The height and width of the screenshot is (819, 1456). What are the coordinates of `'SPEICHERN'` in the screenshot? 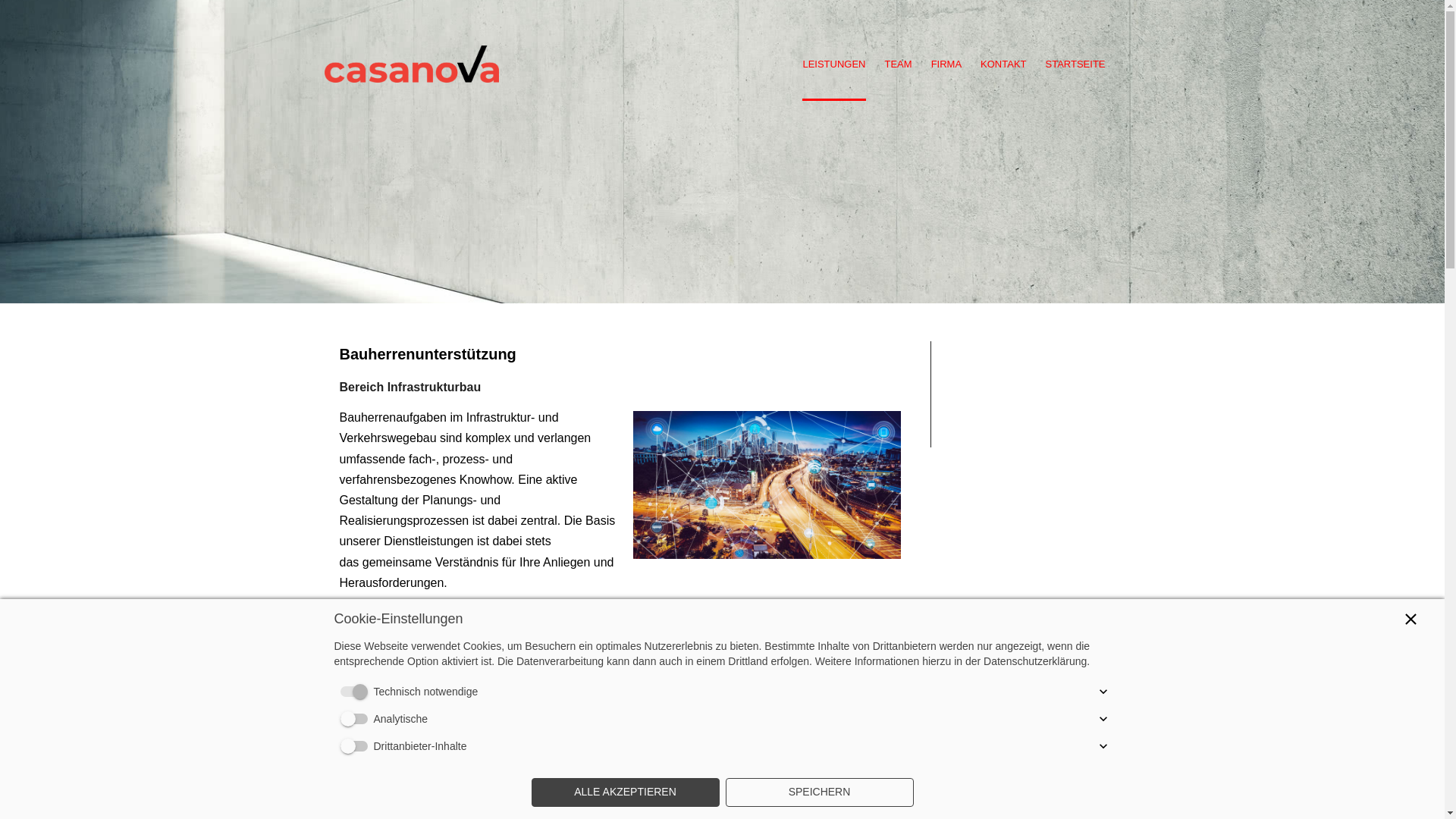 It's located at (818, 792).